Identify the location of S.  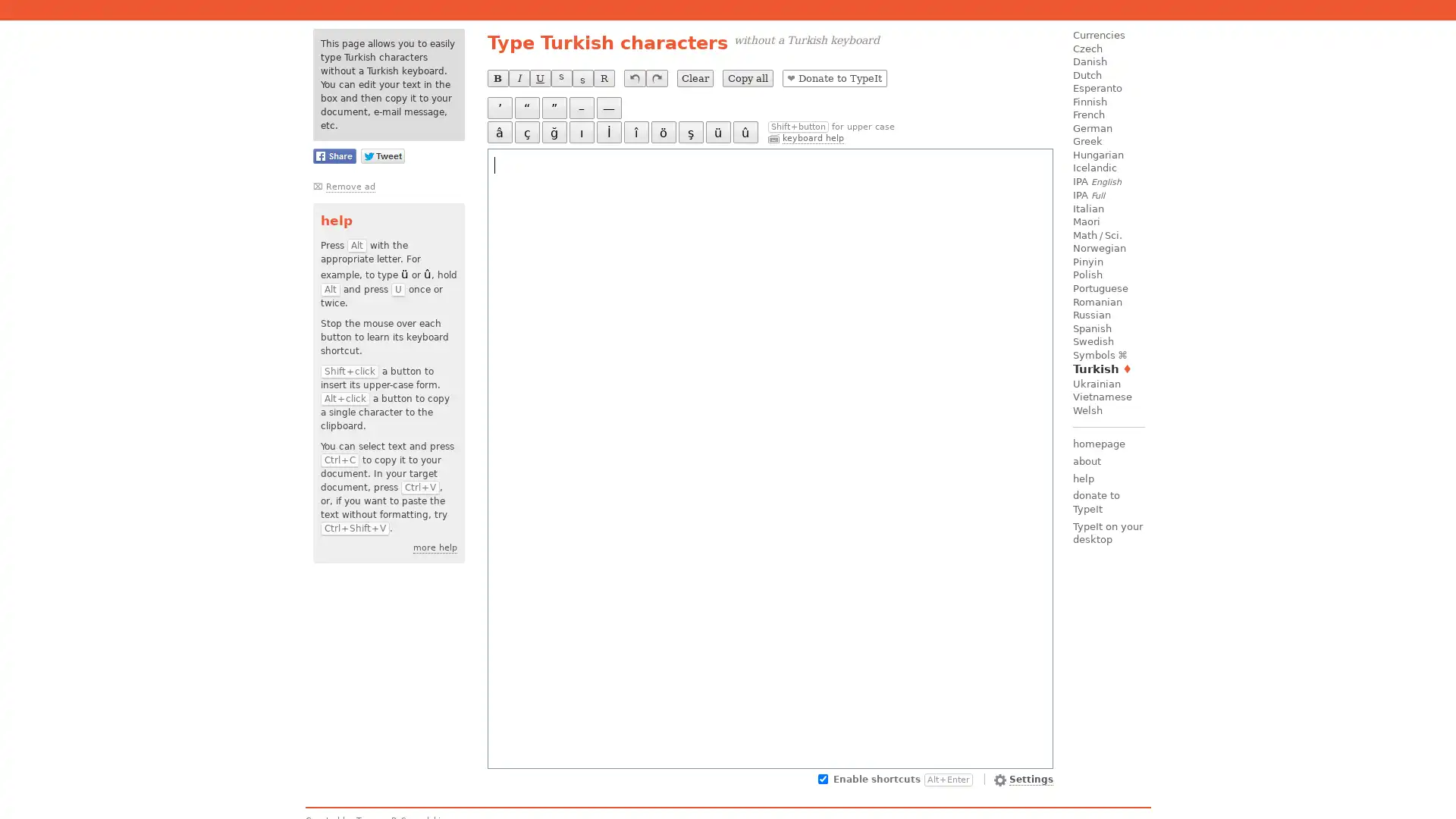
(560, 78).